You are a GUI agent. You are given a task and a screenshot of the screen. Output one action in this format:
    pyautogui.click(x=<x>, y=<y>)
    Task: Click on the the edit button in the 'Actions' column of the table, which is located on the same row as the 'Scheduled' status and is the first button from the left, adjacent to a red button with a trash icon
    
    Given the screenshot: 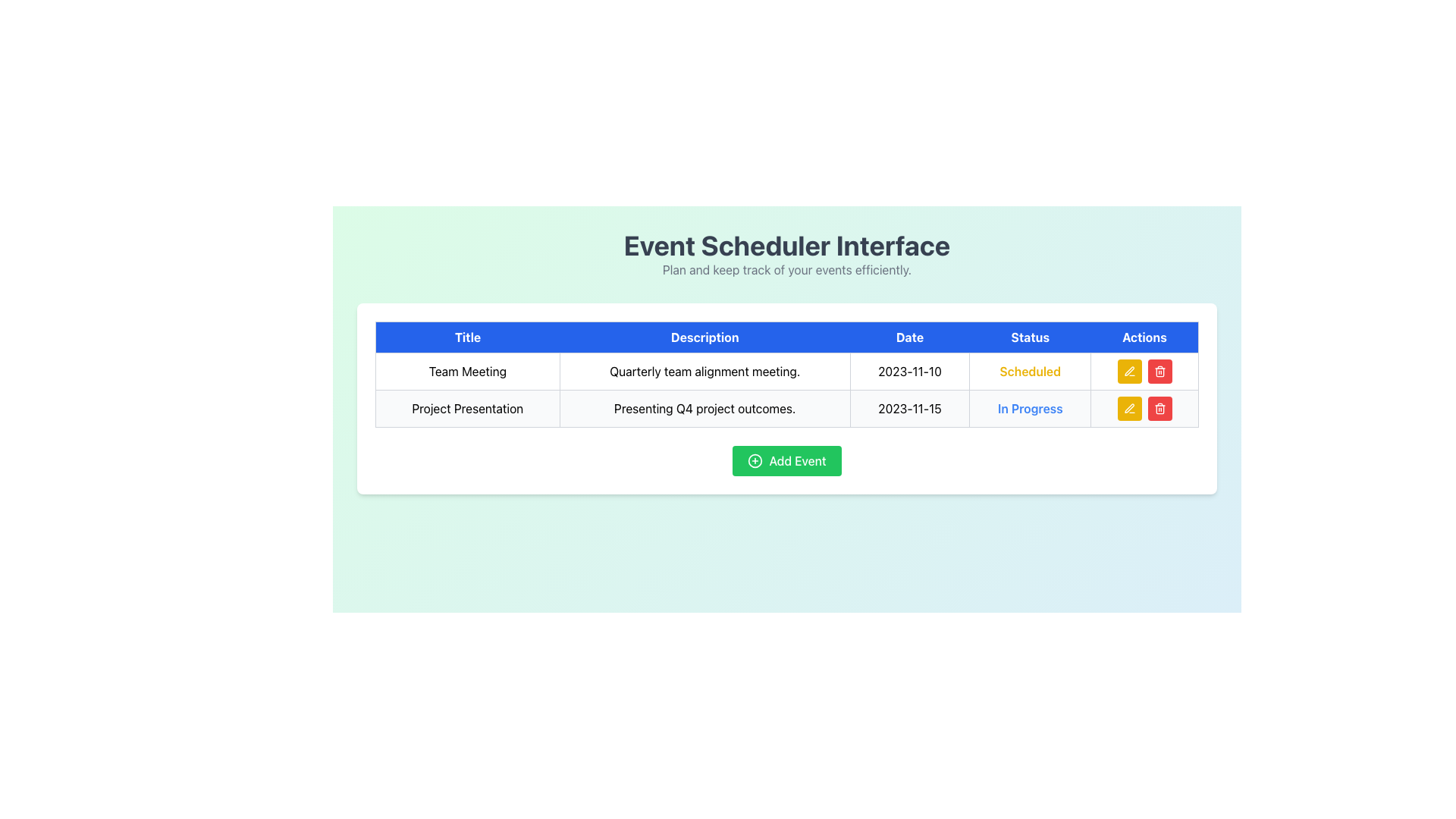 What is the action you would take?
    pyautogui.click(x=1129, y=371)
    